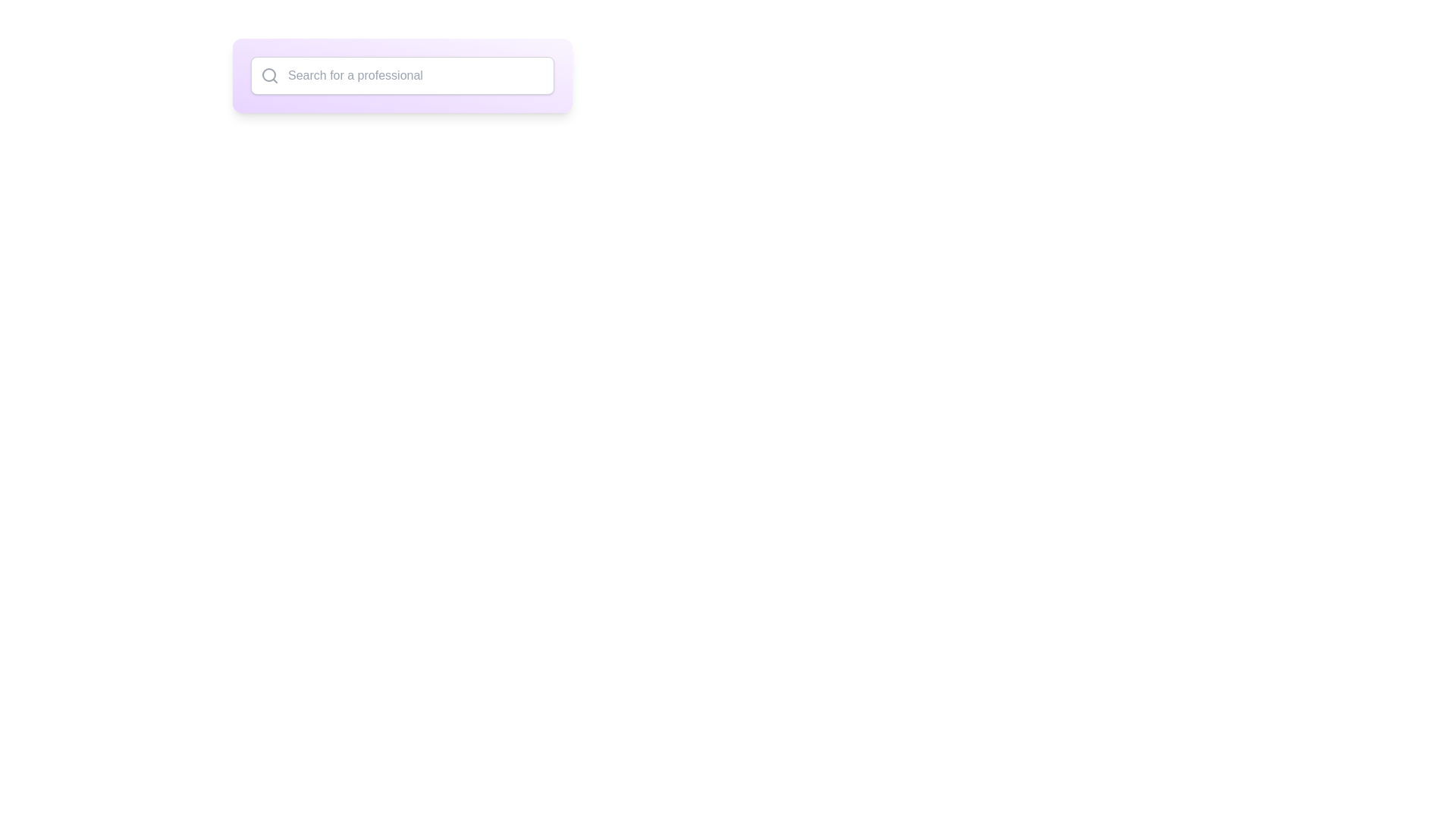  What do you see at coordinates (403, 76) in the screenshot?
I see `the text input field with a magnifying glass icon and placeholder text 'Search for a professional'` at bounding box center [403, 76].